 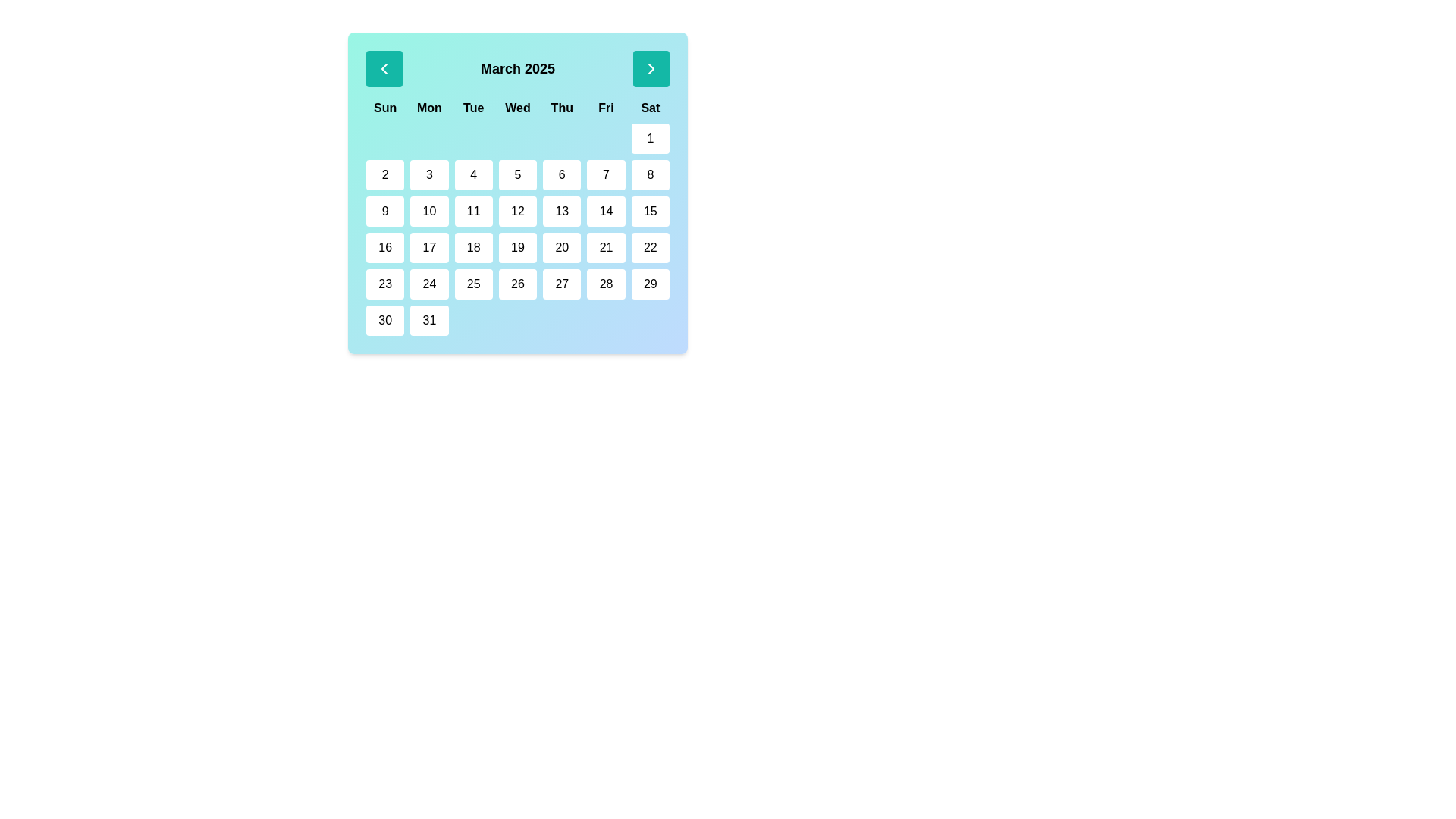 What do you see at coordinates (650, 247) in the screenshot?
I see `the selectable button representing the date '22' in the calendar grid for March 2025, located under the 'Saturday' column` at bounding box center [650, 247].